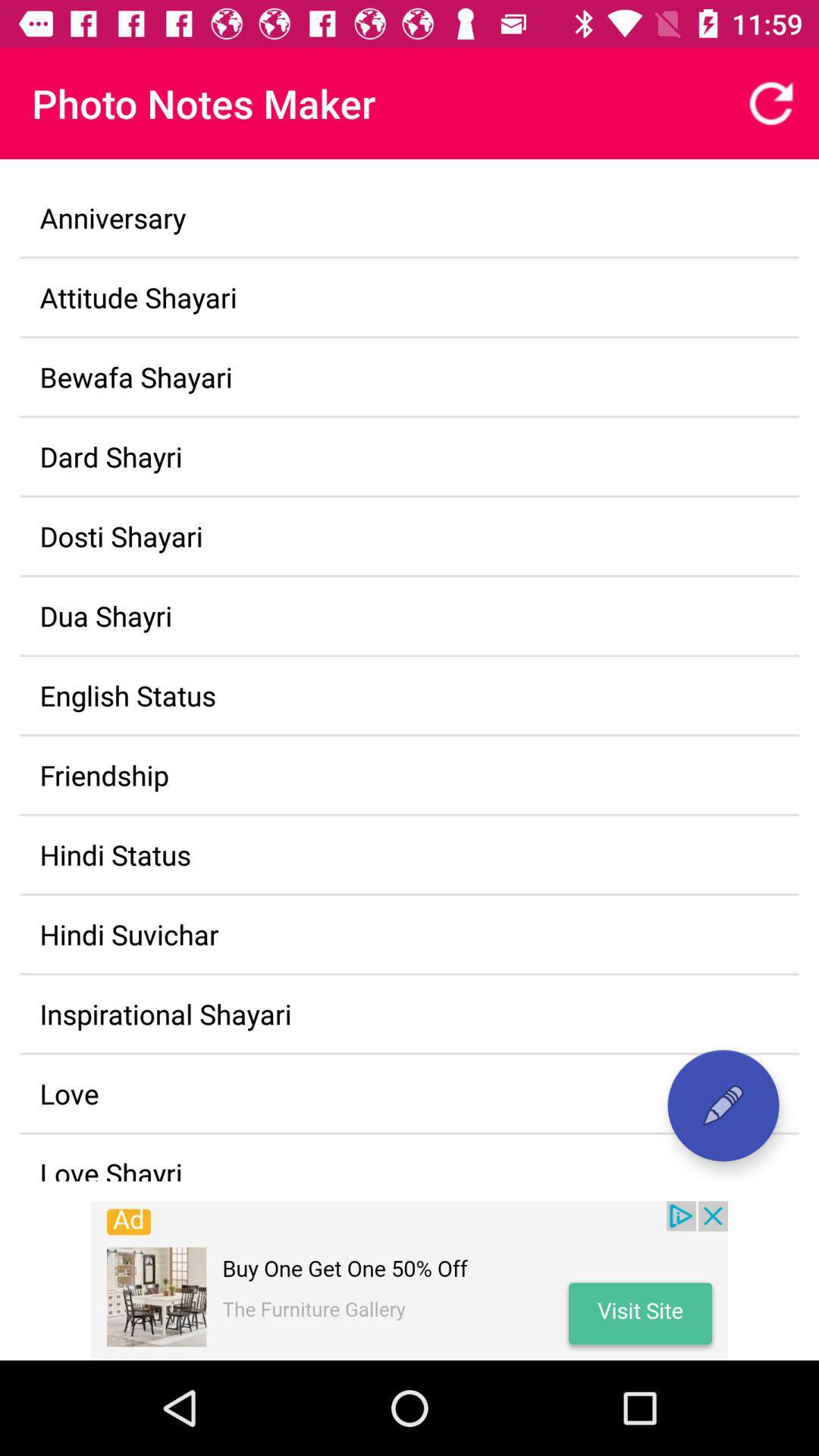 The image size is (819, 1456). Describe the element at coordinates (409, 1280) in the screenshot. I see `the furniture gallery advertisement` at that location.